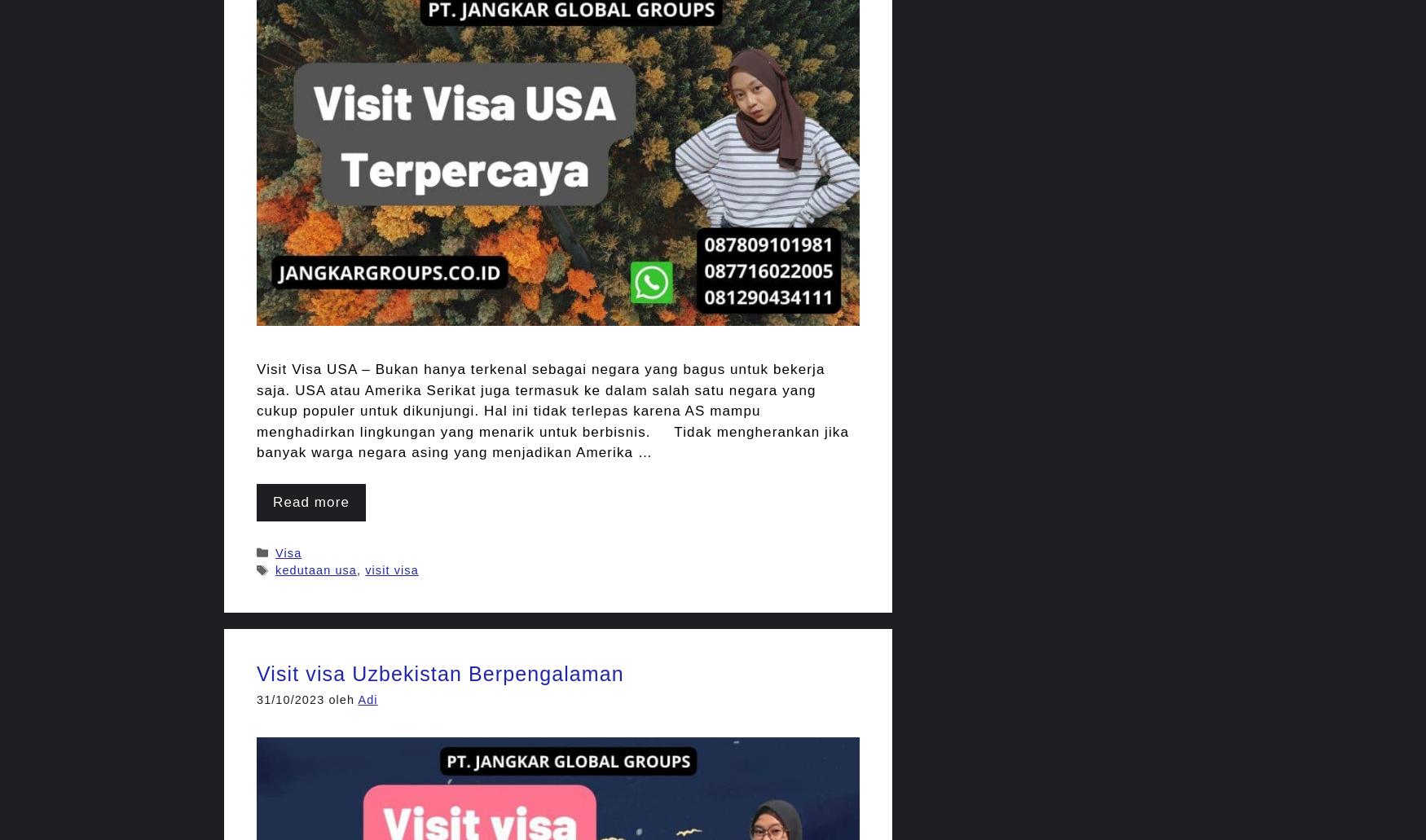  What do you see at coordinates (367, 700) in the screenshot?
I see `'Adi'` at bounding box center [367, 700].